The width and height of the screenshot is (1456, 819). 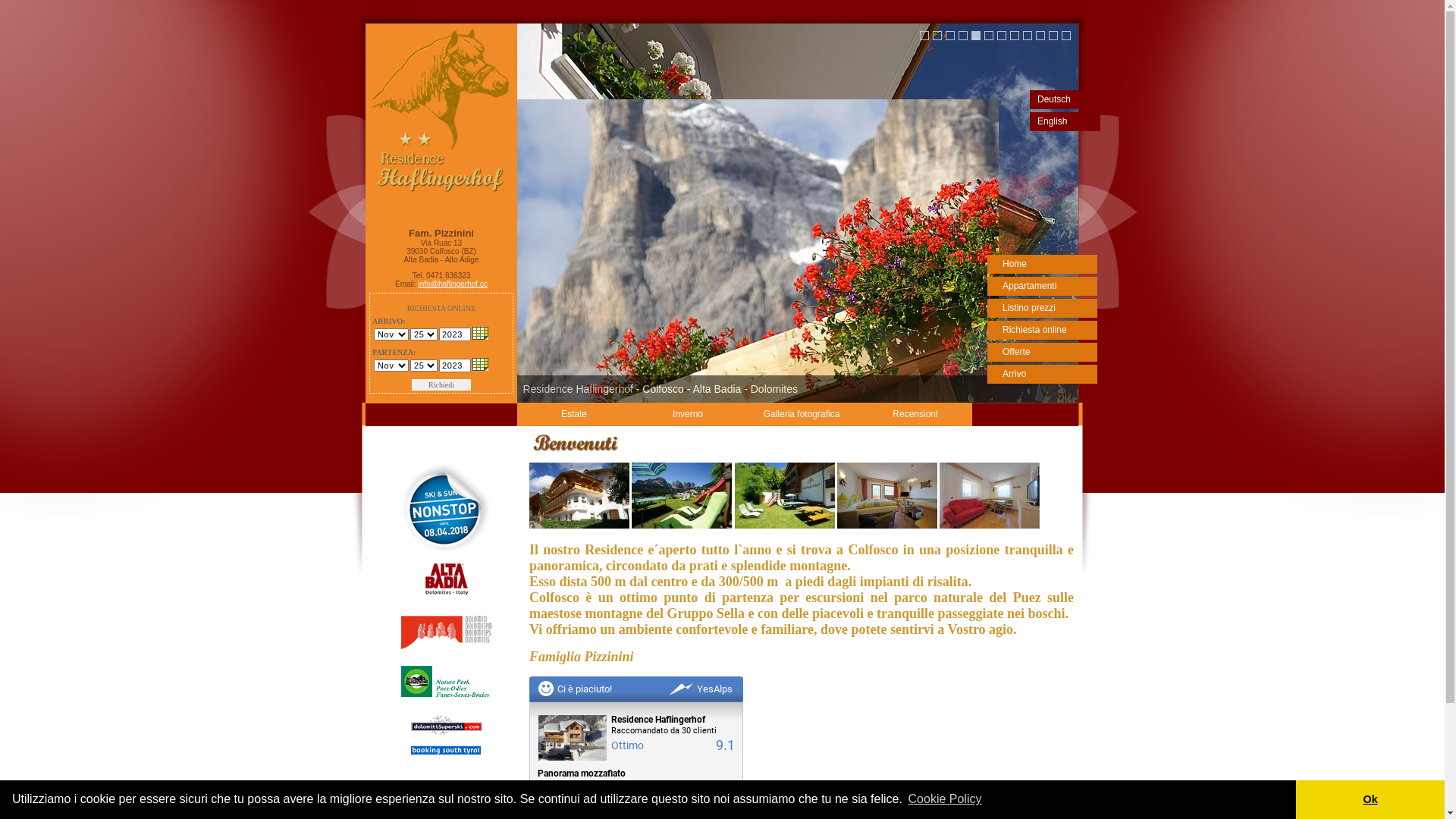 What do you see at coordinates (672, 730) in the screenshot?
I see `'Raccomandato da 30 clienti'` at bounding box center [672, 730].